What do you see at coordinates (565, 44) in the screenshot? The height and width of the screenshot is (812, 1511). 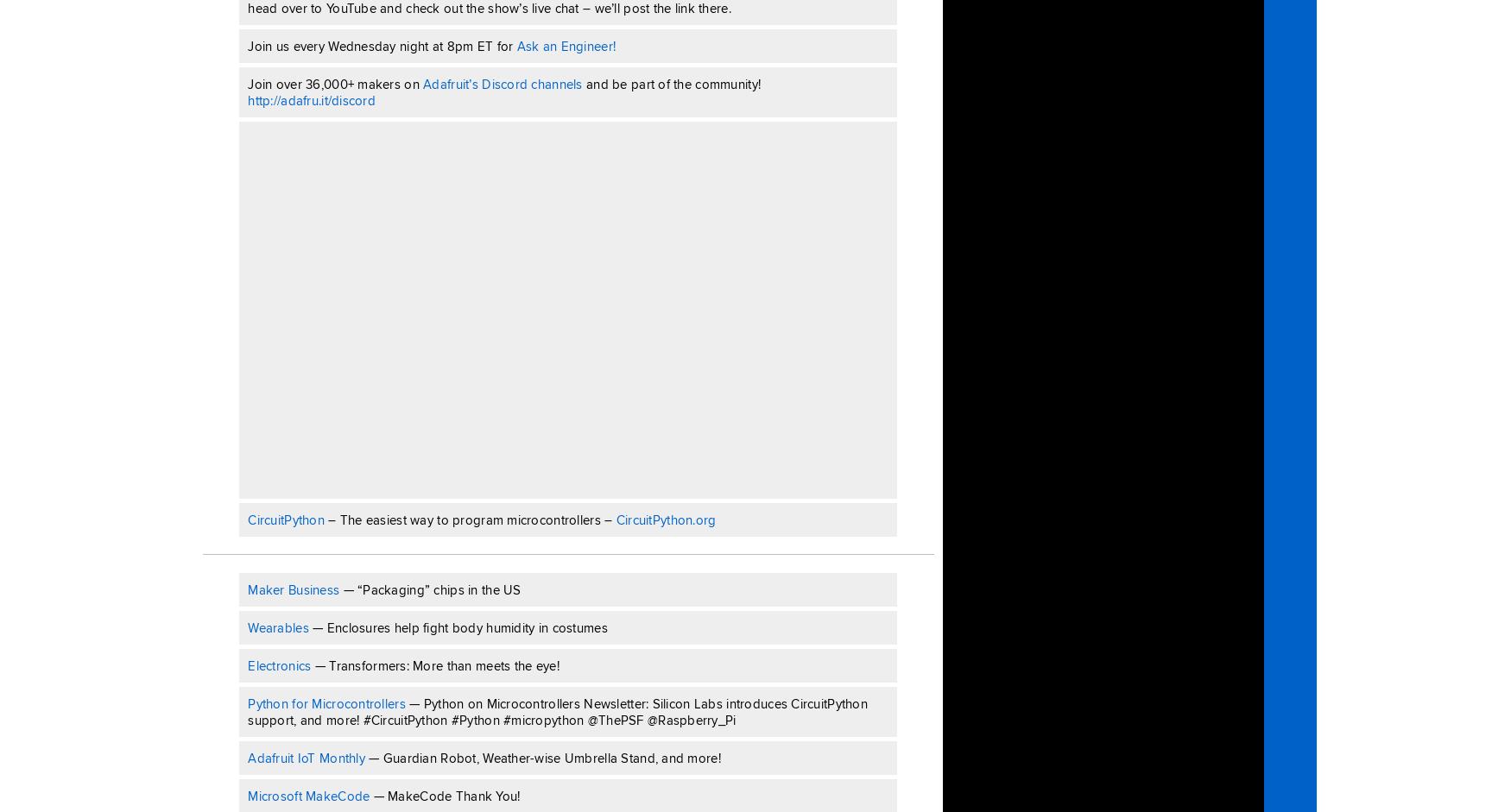 I see `'Ask an Engineer!'` at bounding box center [565, 44].